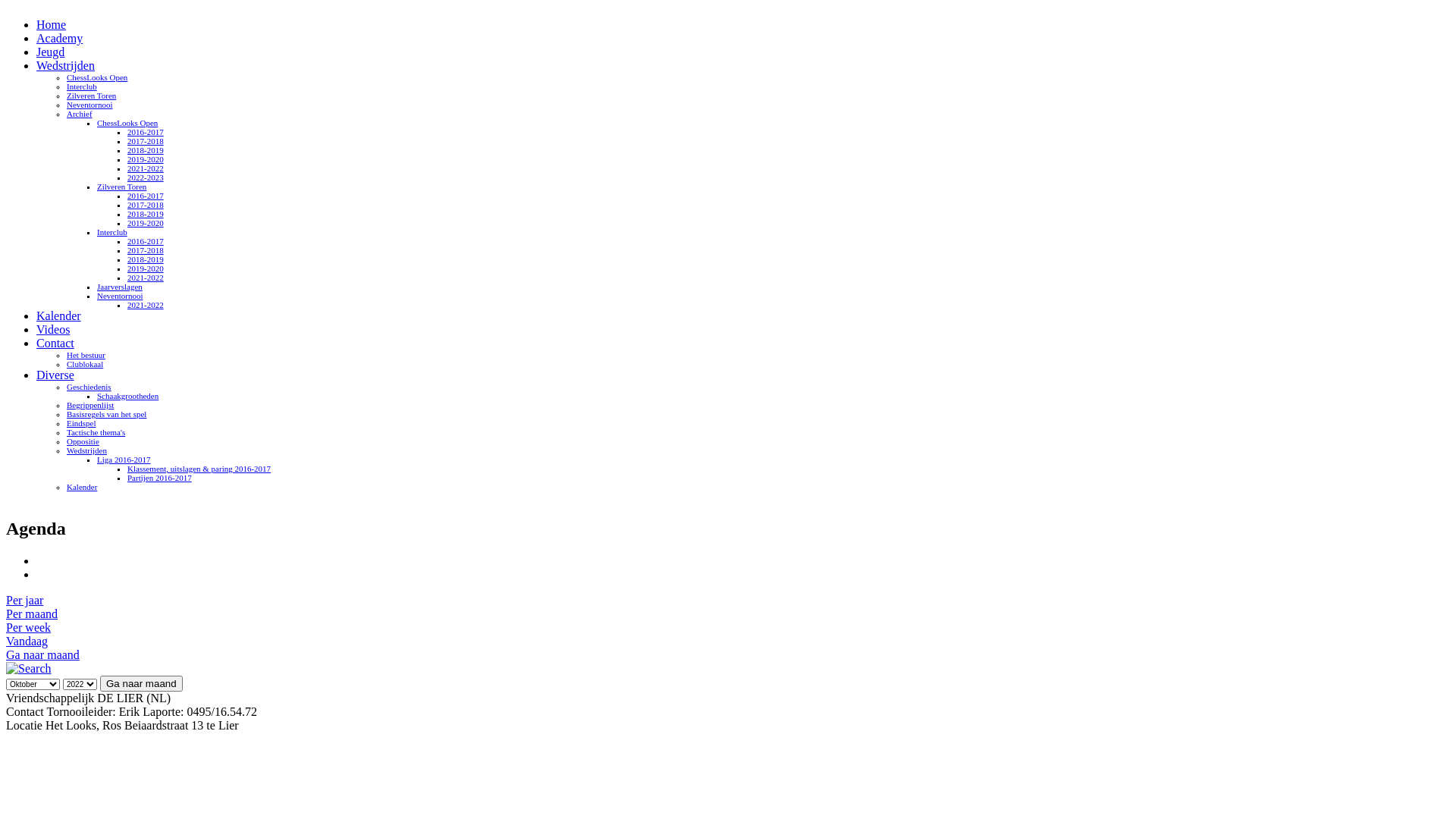 Image resolution: width=1456 pixels, height=819 pixels. Describe the element at coordinates (146, 149) in the screenshot. I see `'2018-2019'` at that location.